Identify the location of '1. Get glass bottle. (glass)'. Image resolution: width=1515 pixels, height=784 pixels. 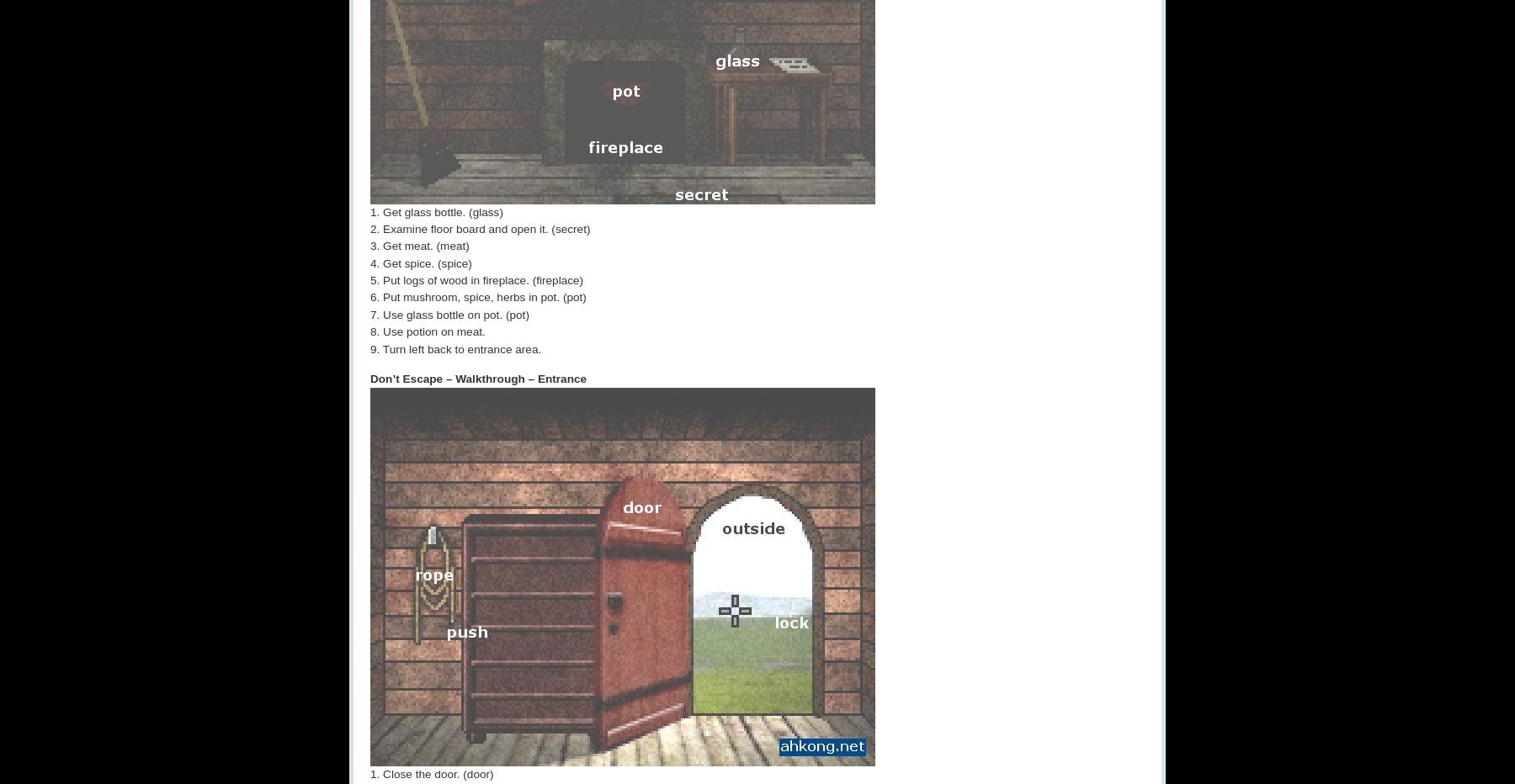
(435, 210).